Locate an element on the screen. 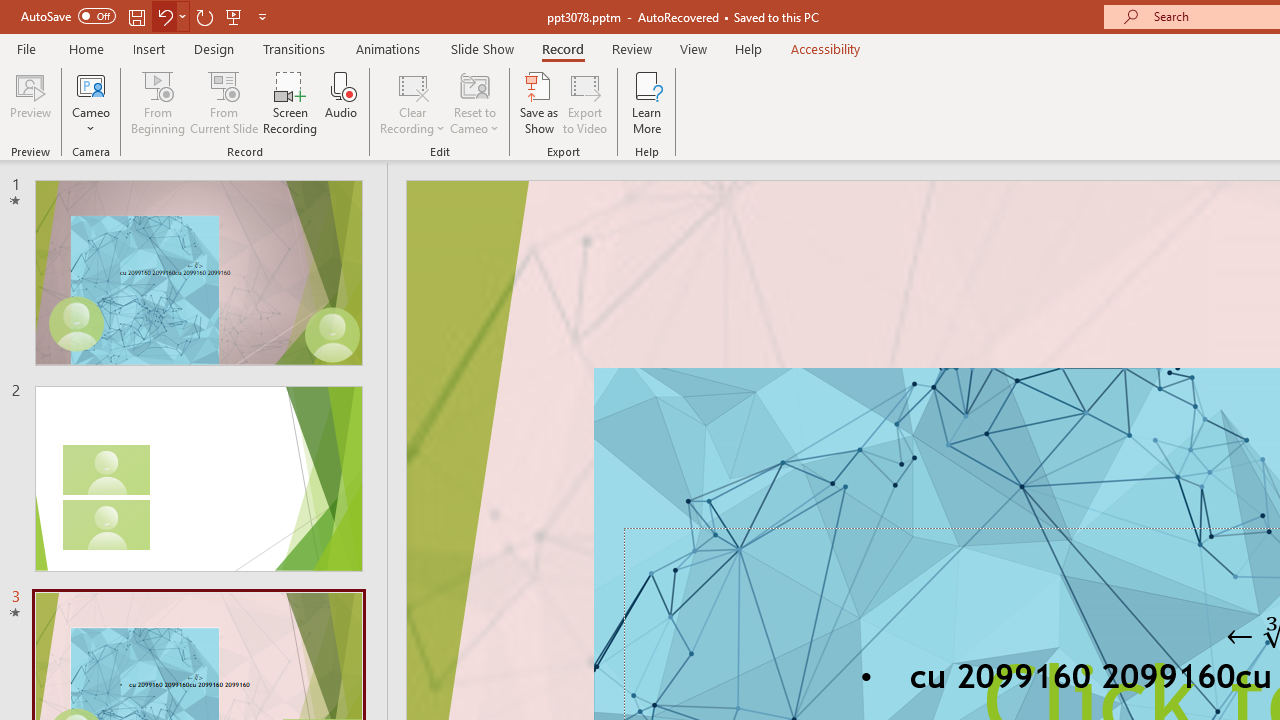 The width and height of the screenshot is (1280, 720). 'From Current Slide...' is located at coordinates (224, 103).